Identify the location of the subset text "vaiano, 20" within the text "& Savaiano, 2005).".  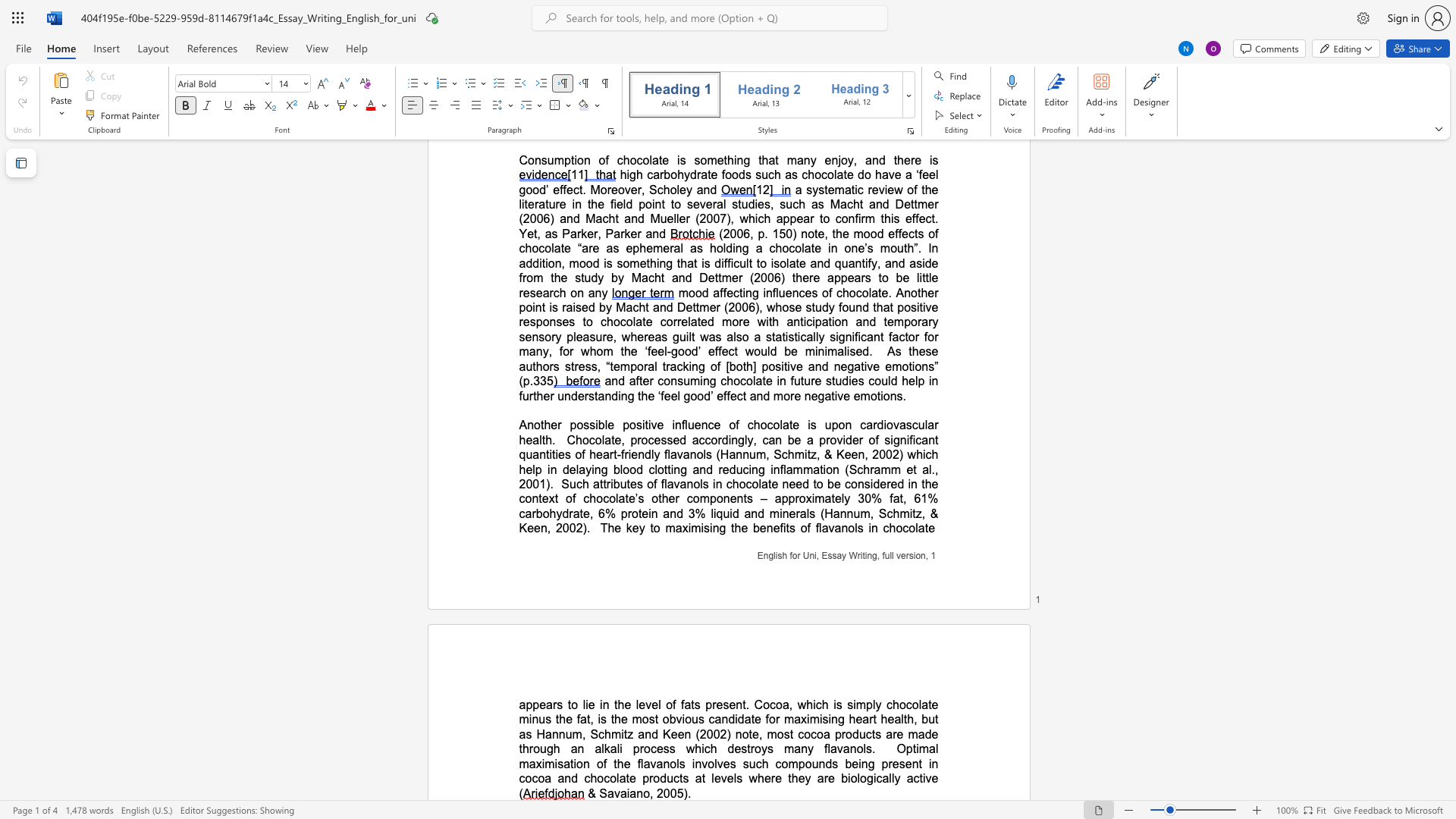
(613, 792).